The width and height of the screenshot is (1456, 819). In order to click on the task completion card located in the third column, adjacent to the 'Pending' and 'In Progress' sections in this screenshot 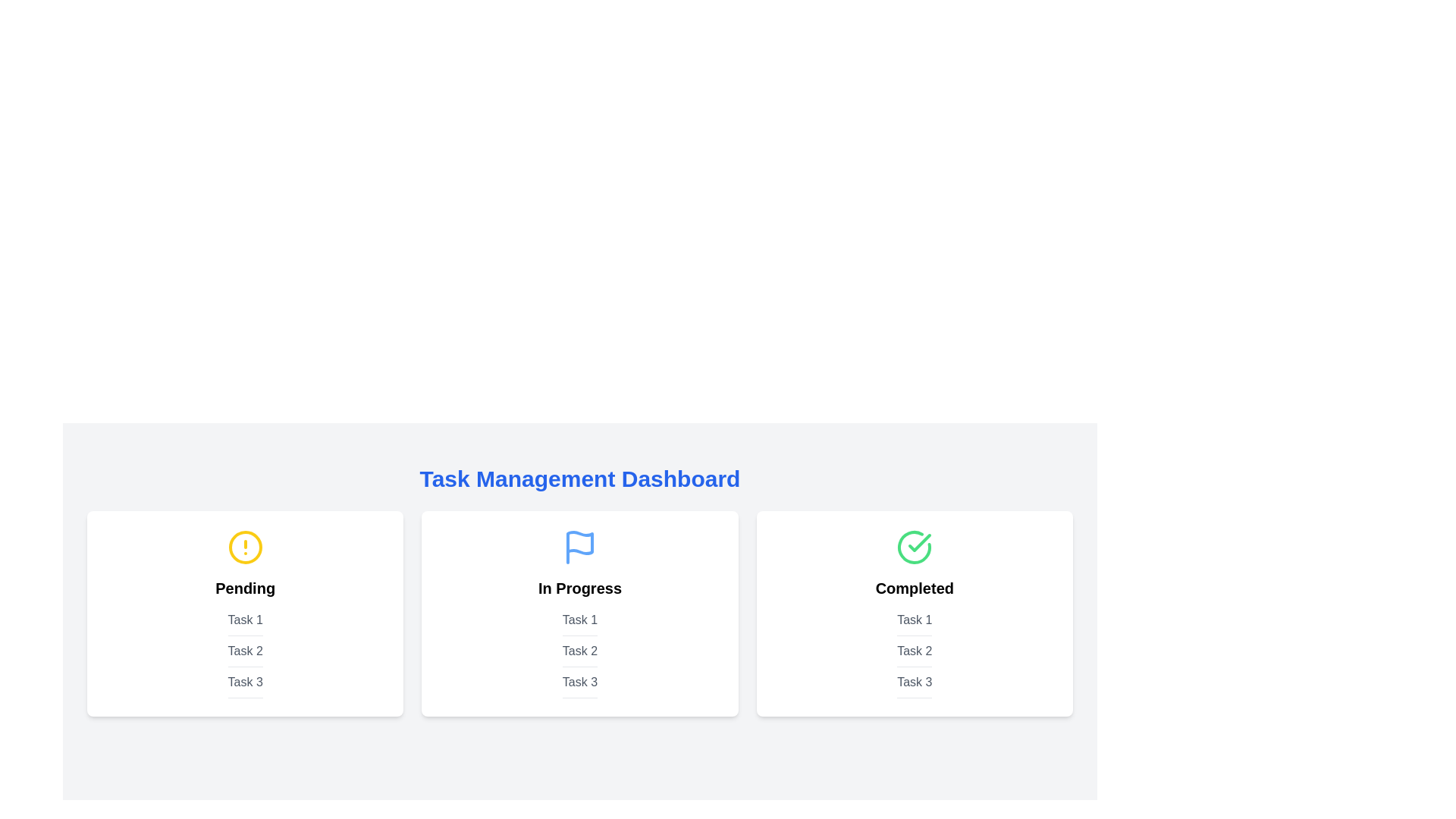, I will do `click(914, 613)`.